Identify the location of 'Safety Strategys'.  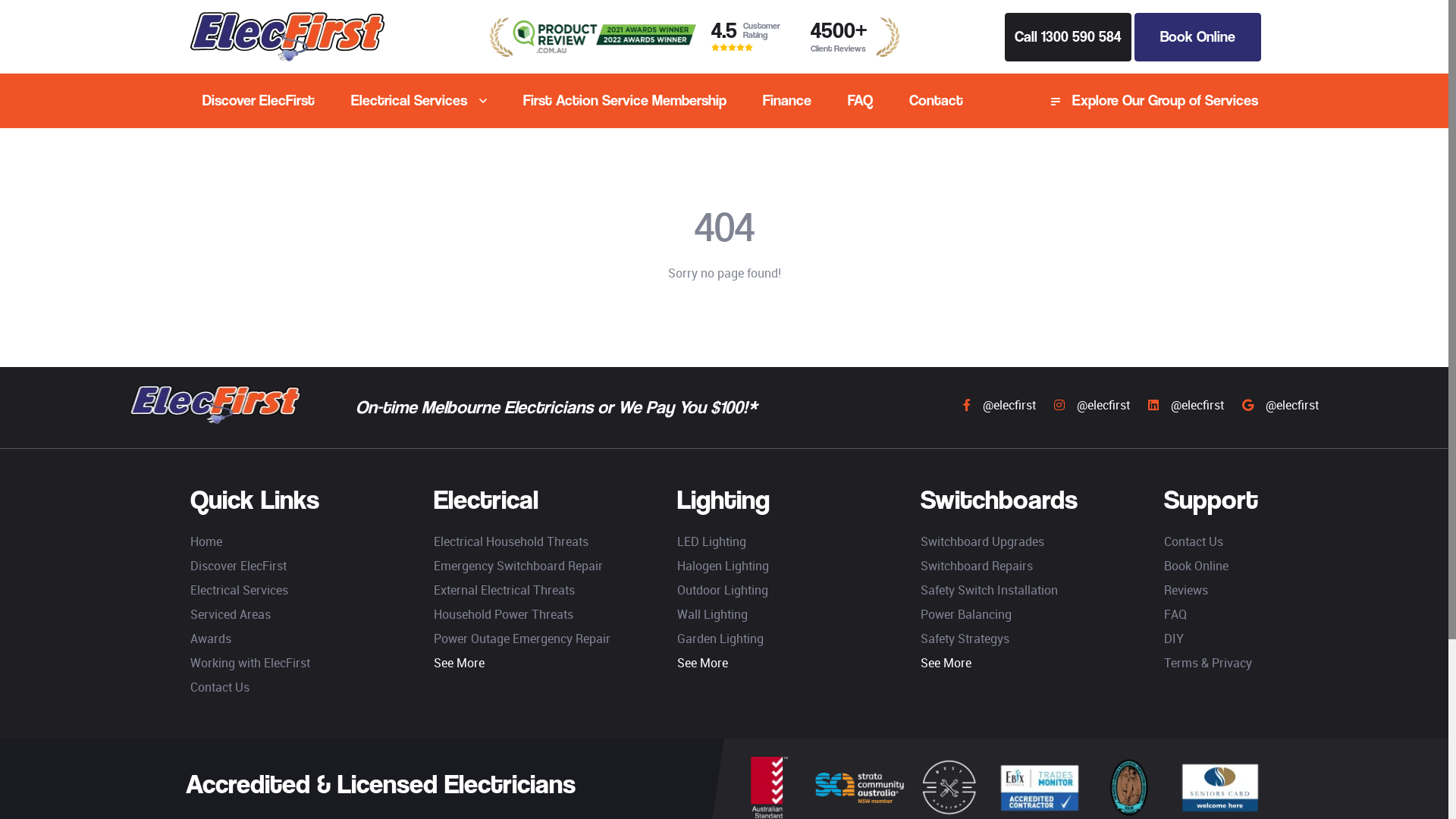
(920, 638).